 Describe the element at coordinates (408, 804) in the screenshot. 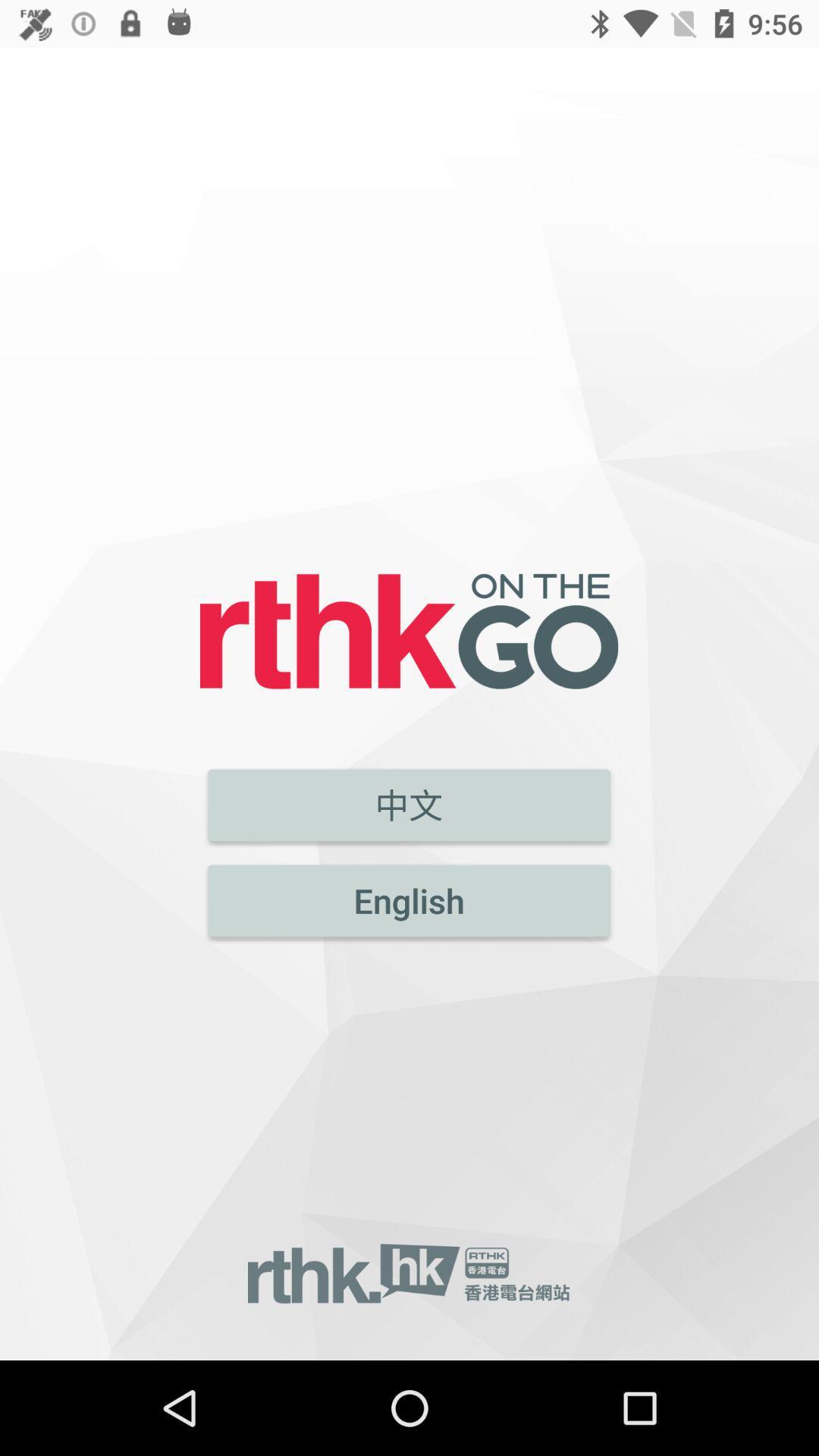

I see `the icon above english item` at that location.